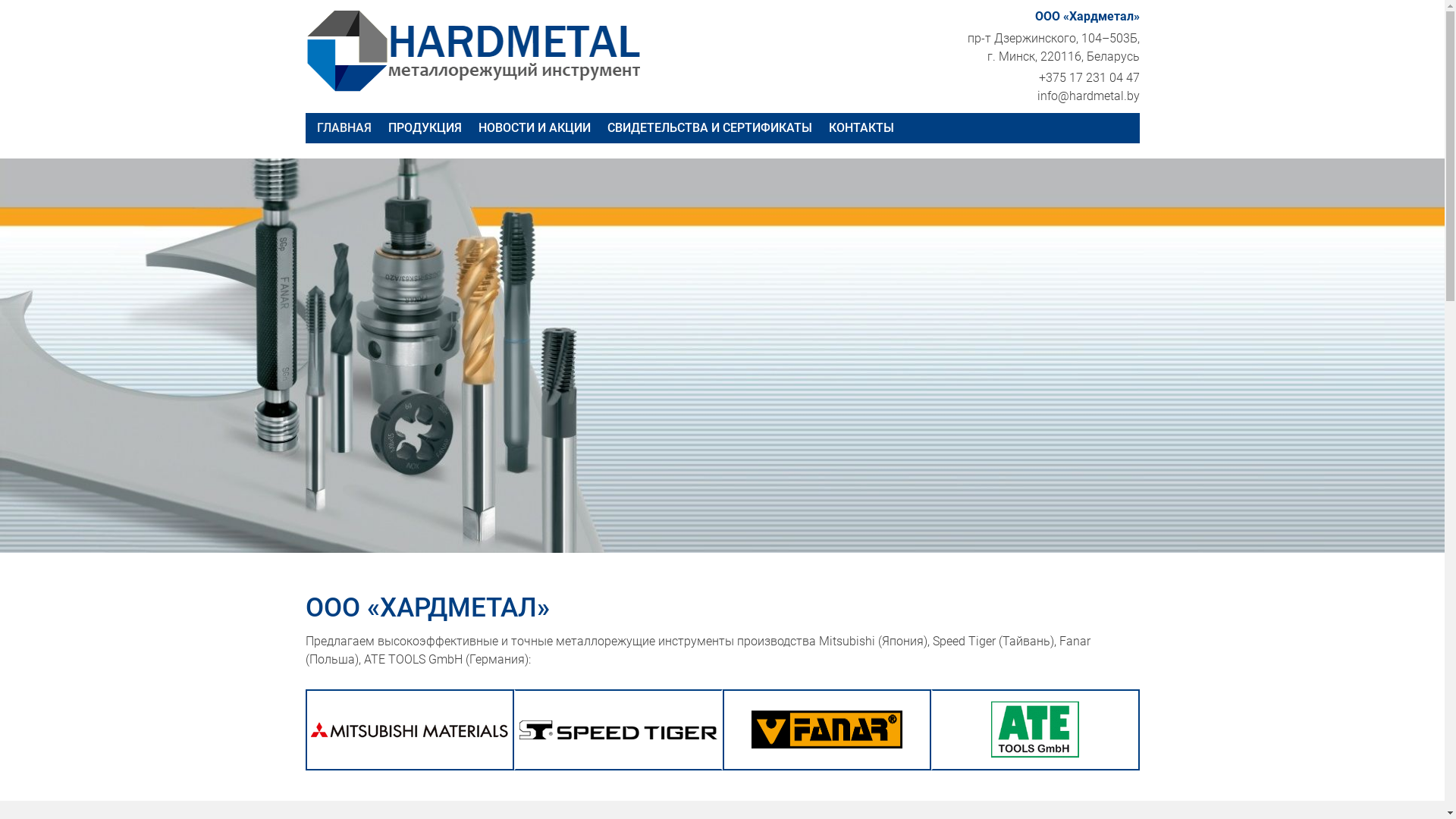 The image size is (1456, 819). I want to click on 'header-logo', so click(409, 730).